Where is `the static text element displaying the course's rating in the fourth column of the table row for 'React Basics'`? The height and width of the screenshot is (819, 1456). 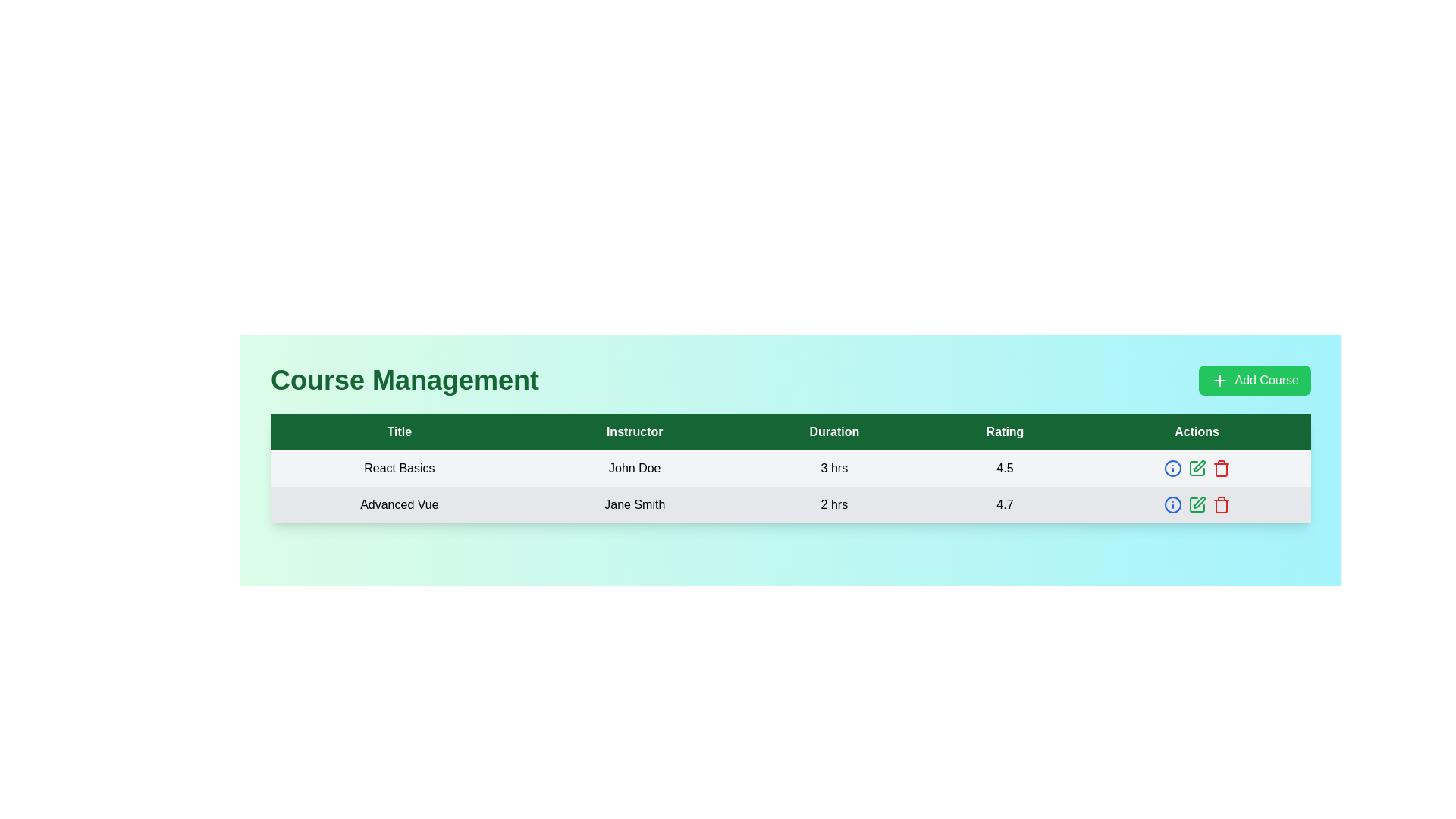
the static text element displaying the course's rating in the fourth column of the table row for 'React Basics' is located at coordinates (1005, 467).